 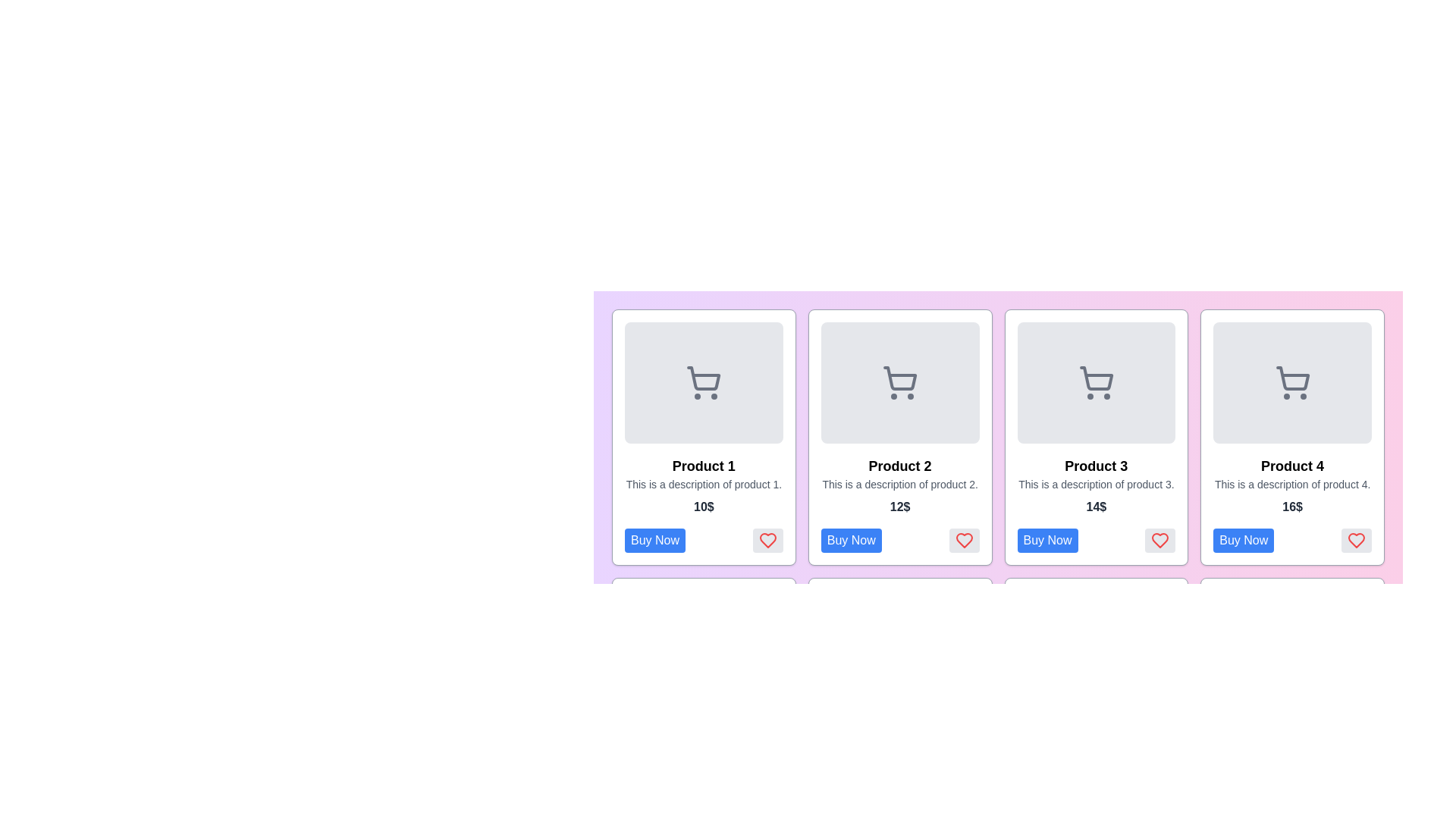 What do you see at coordinates (1096, 507) in the screenshot?
I see `the text label displaying the price information of 'Product 3', which is located at the bottom middle section of the product card, below the description text and above the 'Buy Now' button` at bounding box center [1096, 507].